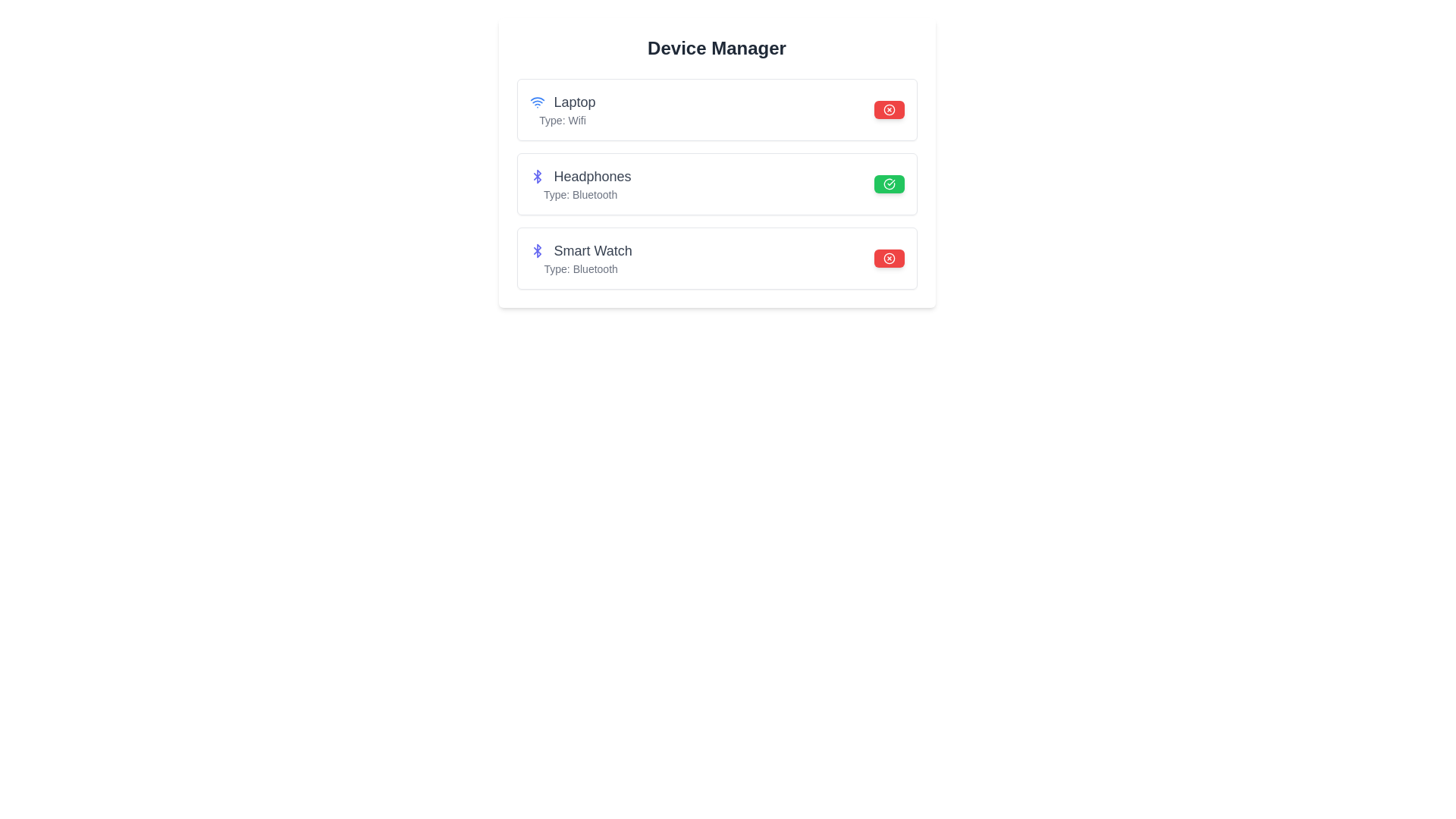 The width and height of the screenshot is (1456, 819). I want to click on the informational display titled 'Headphones' that includes a subtitle 'Type: Bluetooth' and a blue Bluetooth icon to its left, so click(579, 184).